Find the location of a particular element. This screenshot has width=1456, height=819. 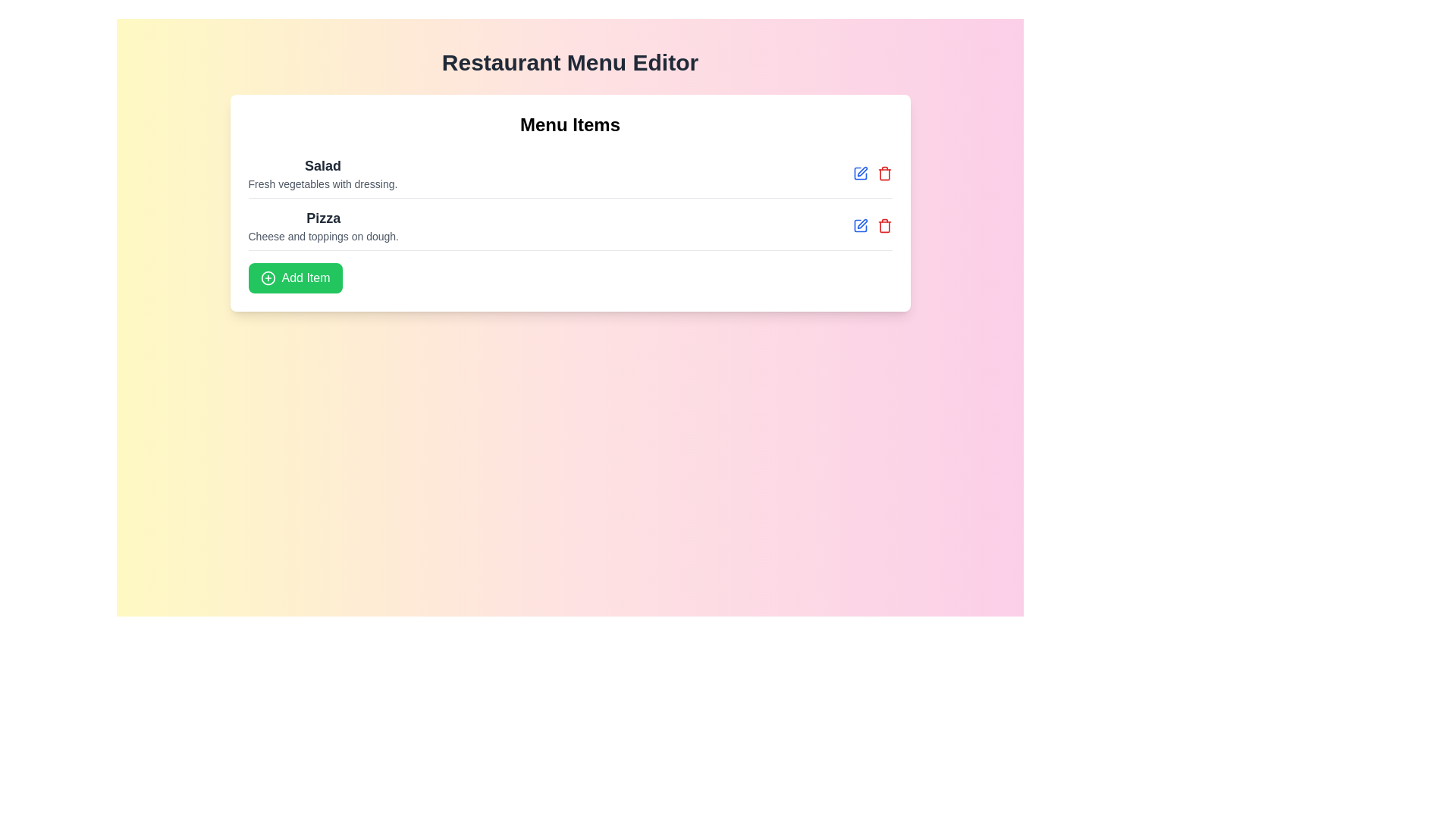

the 'Add Item' button to add a new menu item is located at coordinates (295, 278).